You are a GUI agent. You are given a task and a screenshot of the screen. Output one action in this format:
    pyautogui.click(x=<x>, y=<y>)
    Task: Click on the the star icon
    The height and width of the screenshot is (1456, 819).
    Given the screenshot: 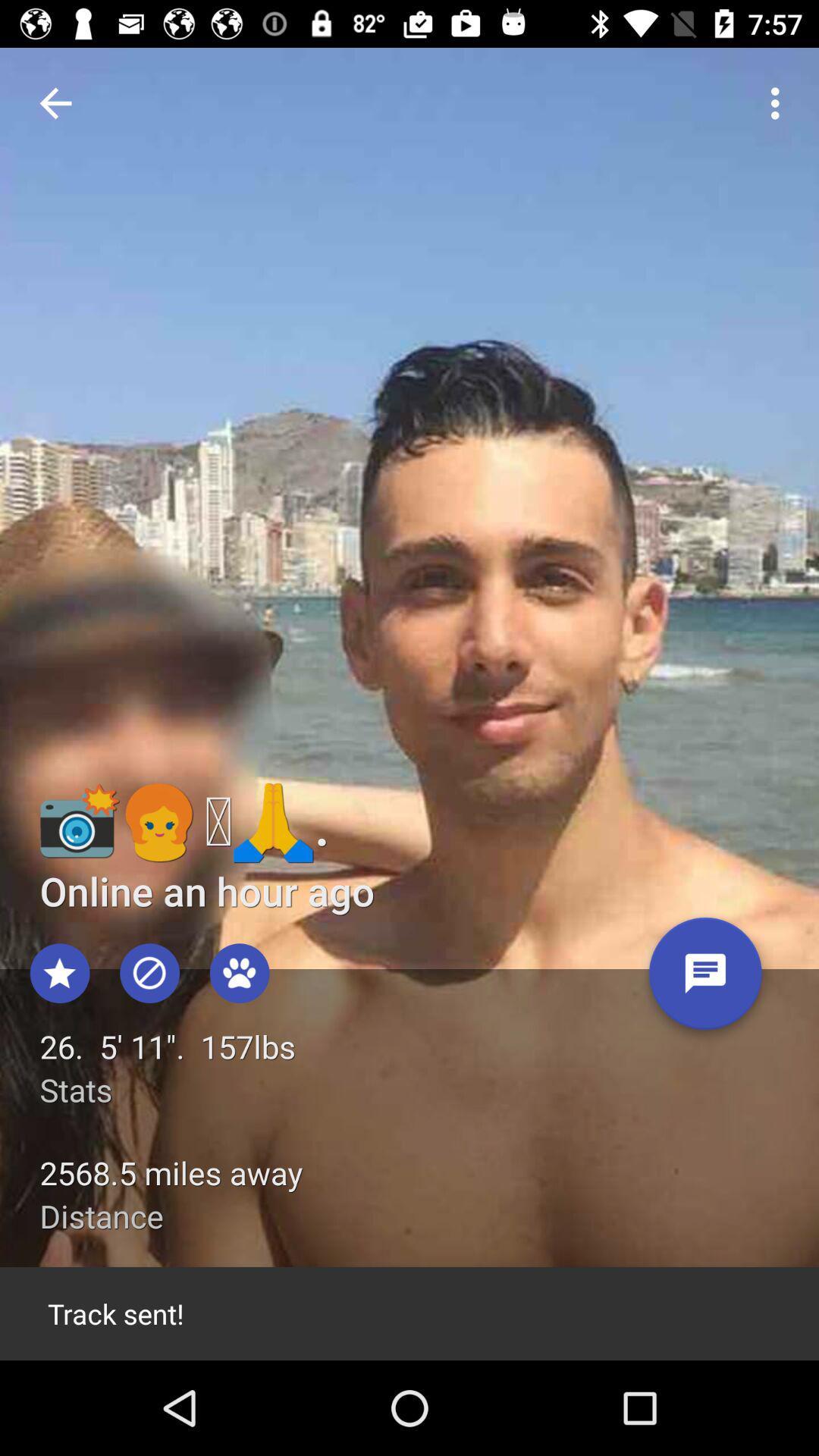 What is the action you would take?
    pyautogui.click(x=59, y=973)
    